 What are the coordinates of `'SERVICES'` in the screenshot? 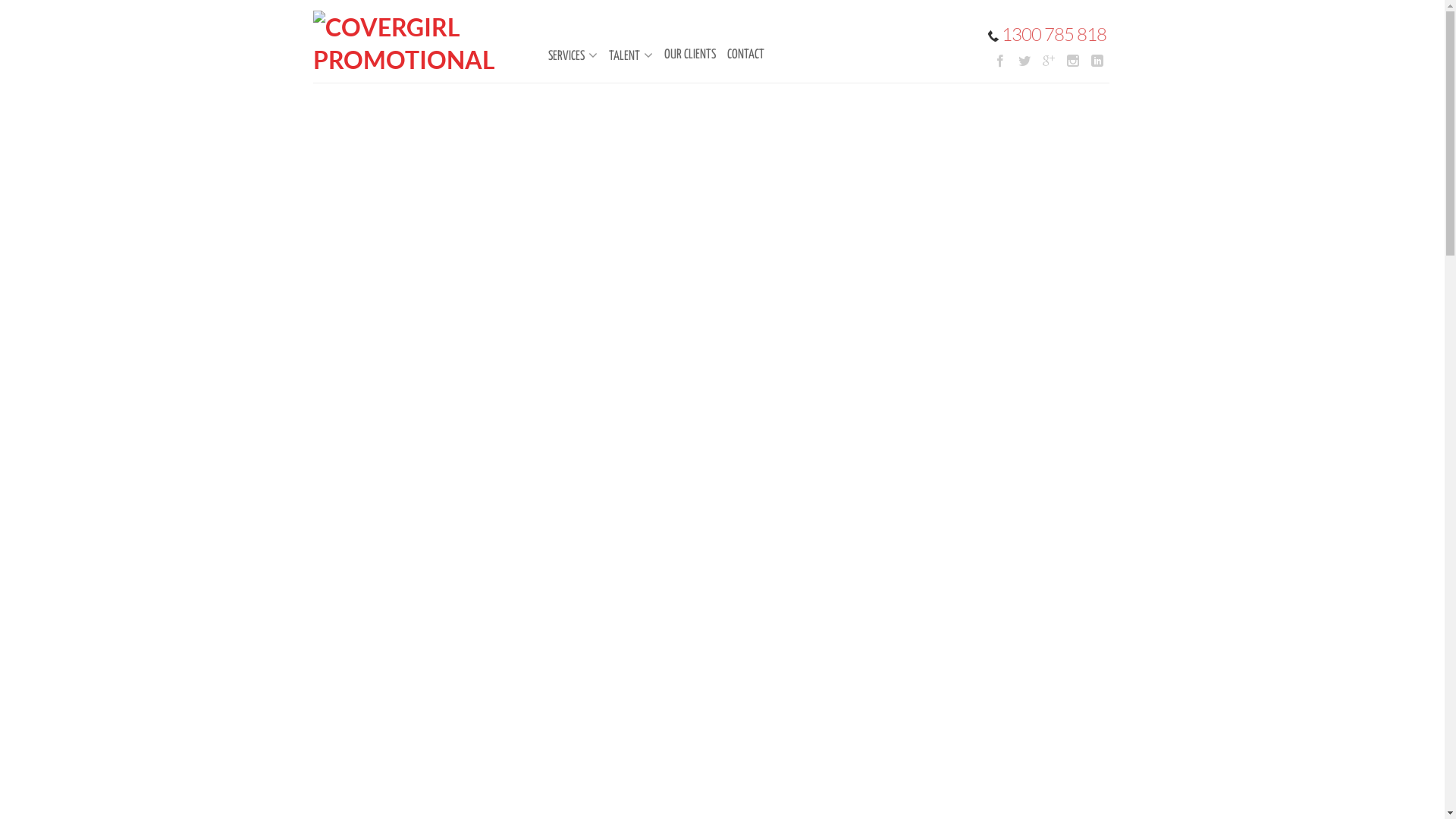 It's located at (563, 55).